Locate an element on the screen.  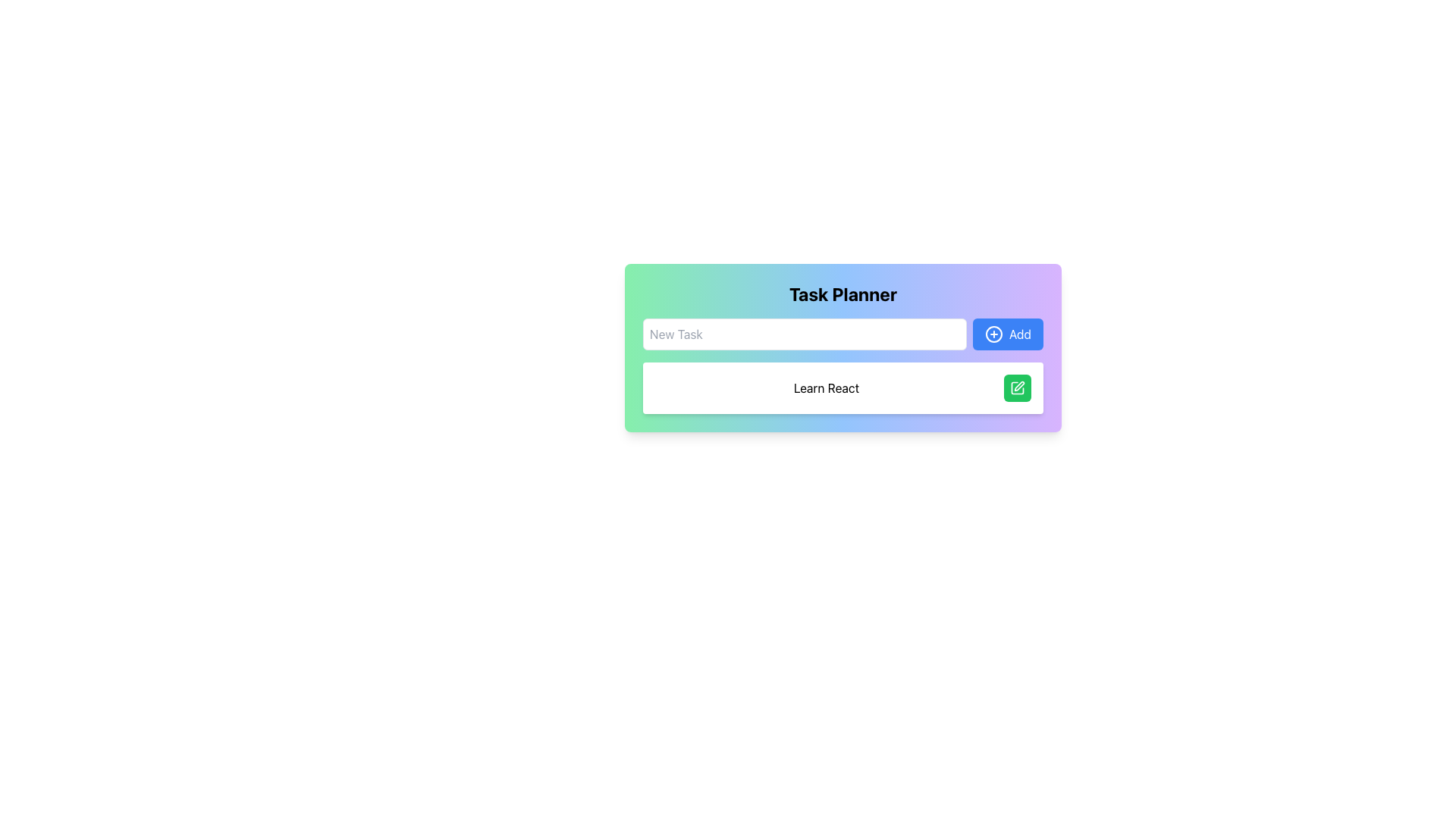
the 'Learn React' text label, which is displayed in bold on a white background and is positioned to the left of a green button is located at coordinates (825, 388).